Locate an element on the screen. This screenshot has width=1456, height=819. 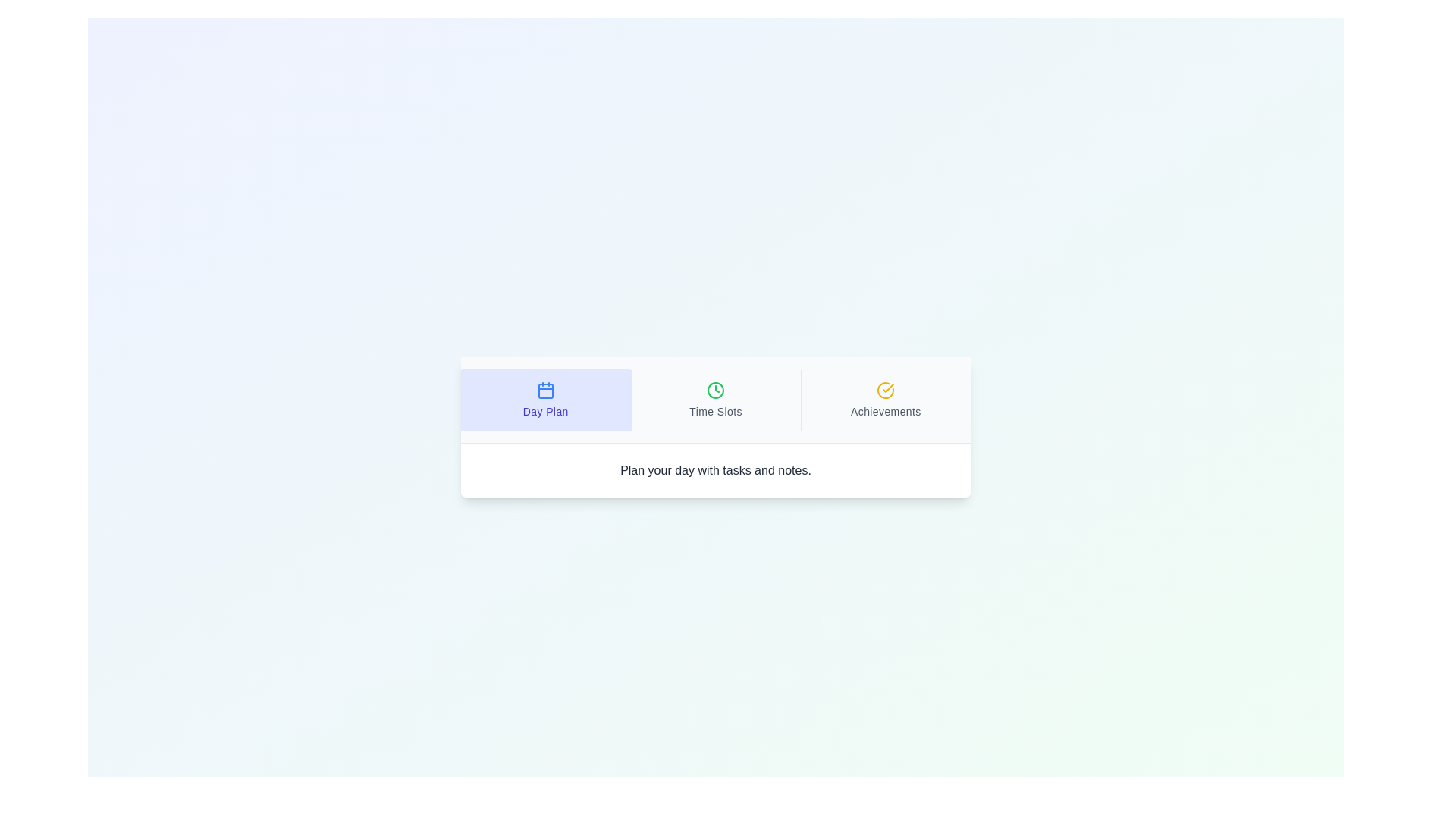
the tab titled Time Slots is located at coordinates (714, 399).